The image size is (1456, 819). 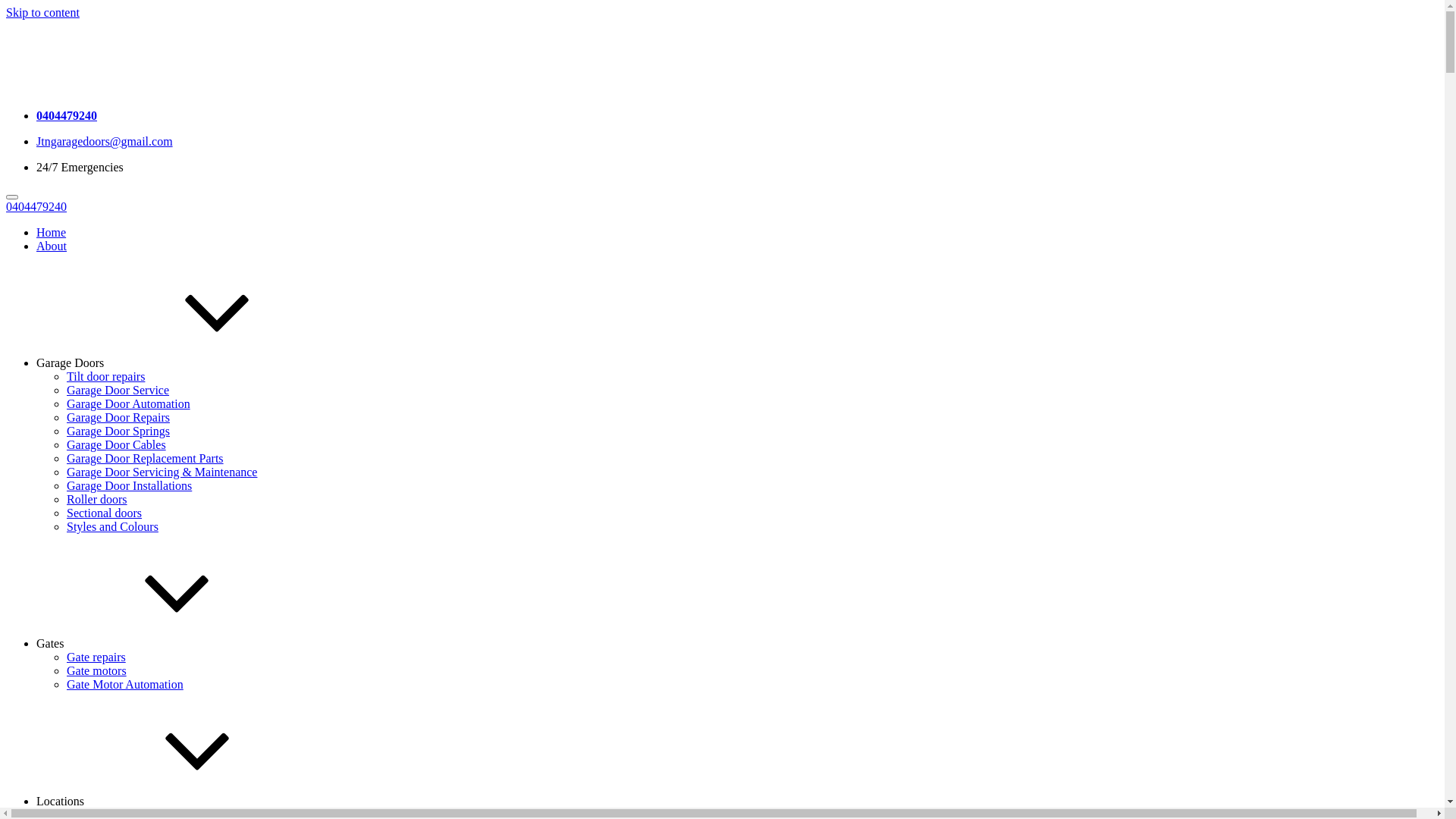 What do you see at coordinates (96, 499) in the screenshot?
I see `'Roller doors'` at bounding box center [96, 499].